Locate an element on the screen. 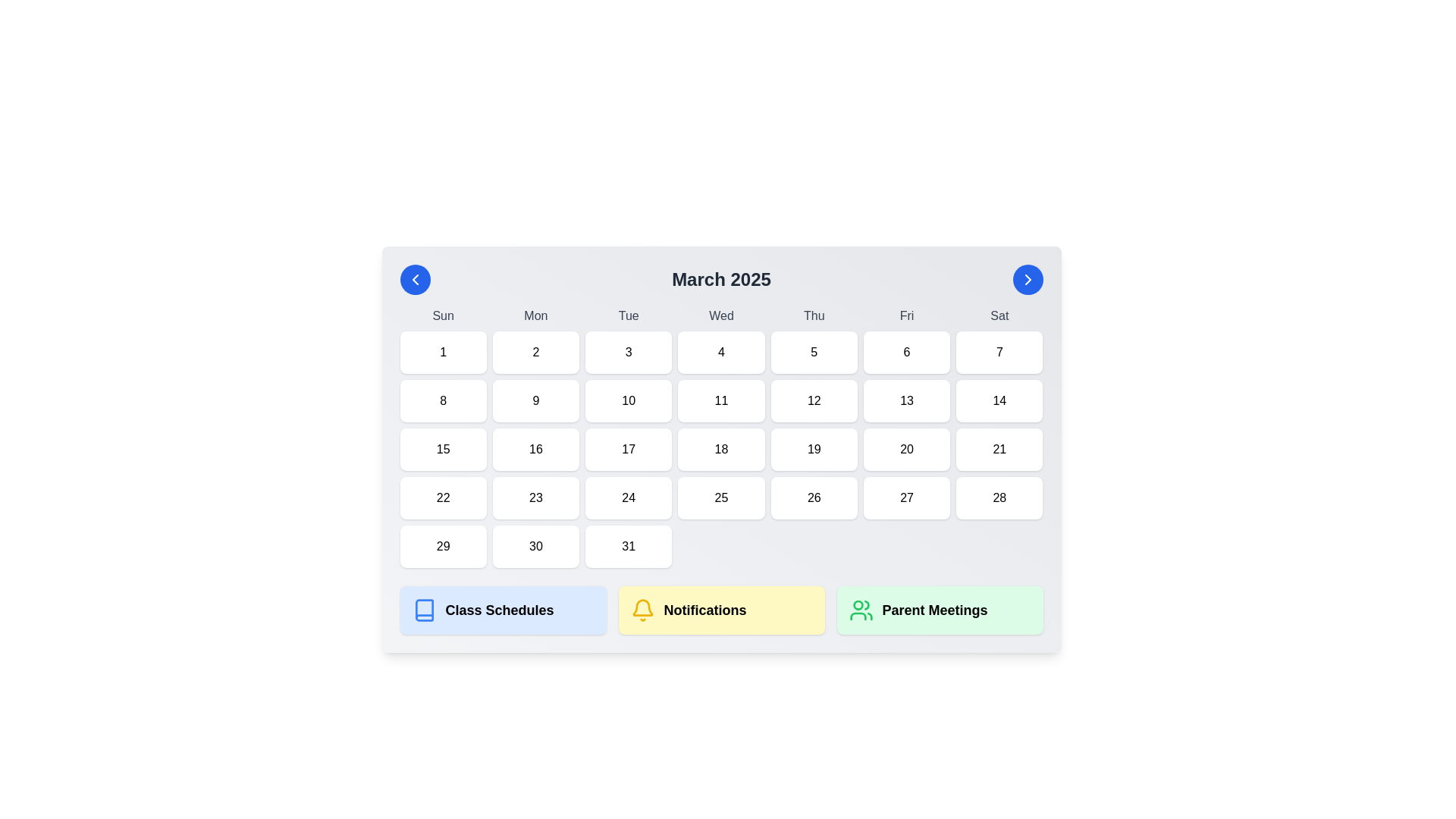  the date cell representing '31' in the calendar grid is located at coordinates (629, 547).